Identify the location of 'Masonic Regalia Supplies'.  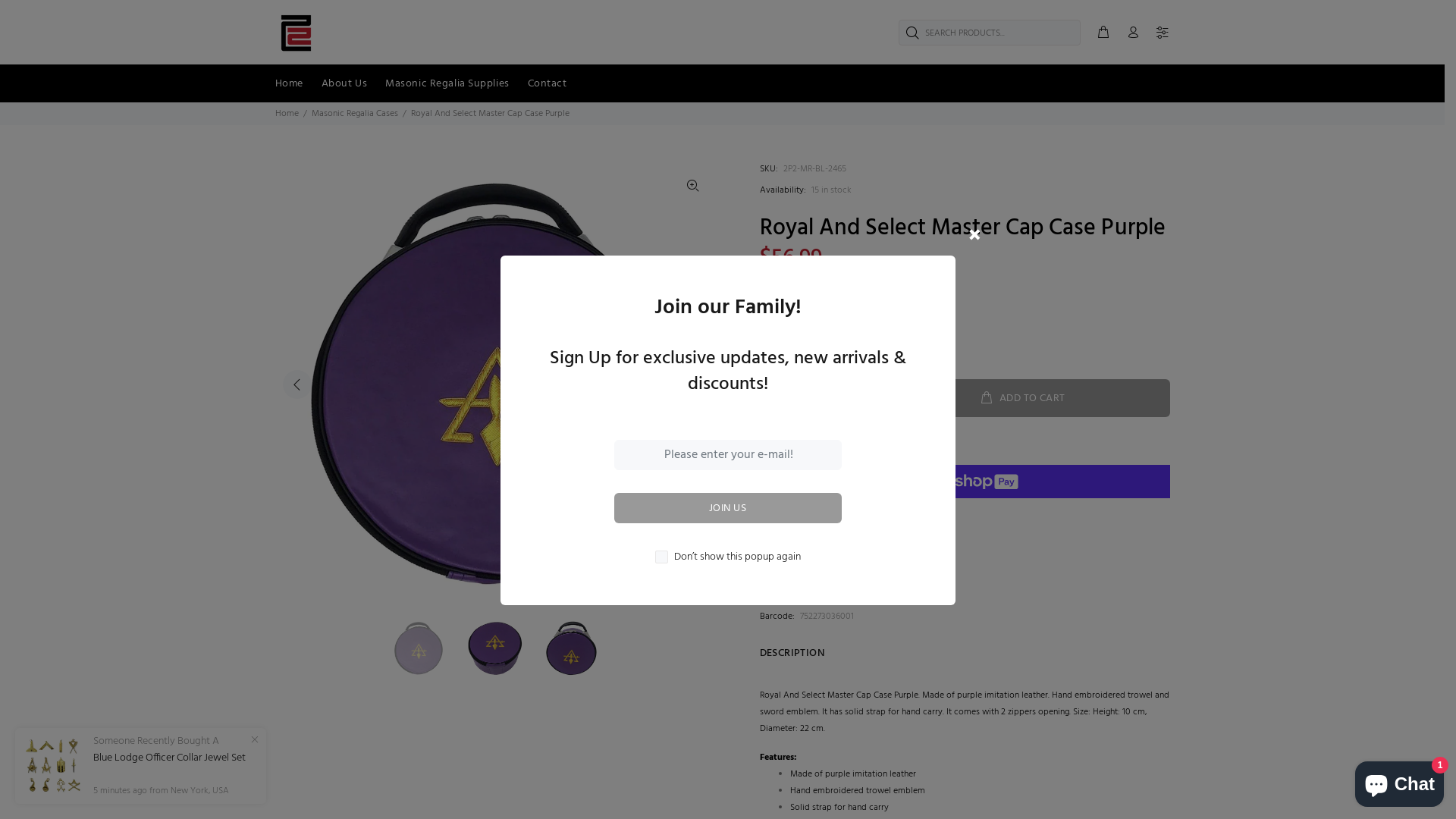
(446, 83).